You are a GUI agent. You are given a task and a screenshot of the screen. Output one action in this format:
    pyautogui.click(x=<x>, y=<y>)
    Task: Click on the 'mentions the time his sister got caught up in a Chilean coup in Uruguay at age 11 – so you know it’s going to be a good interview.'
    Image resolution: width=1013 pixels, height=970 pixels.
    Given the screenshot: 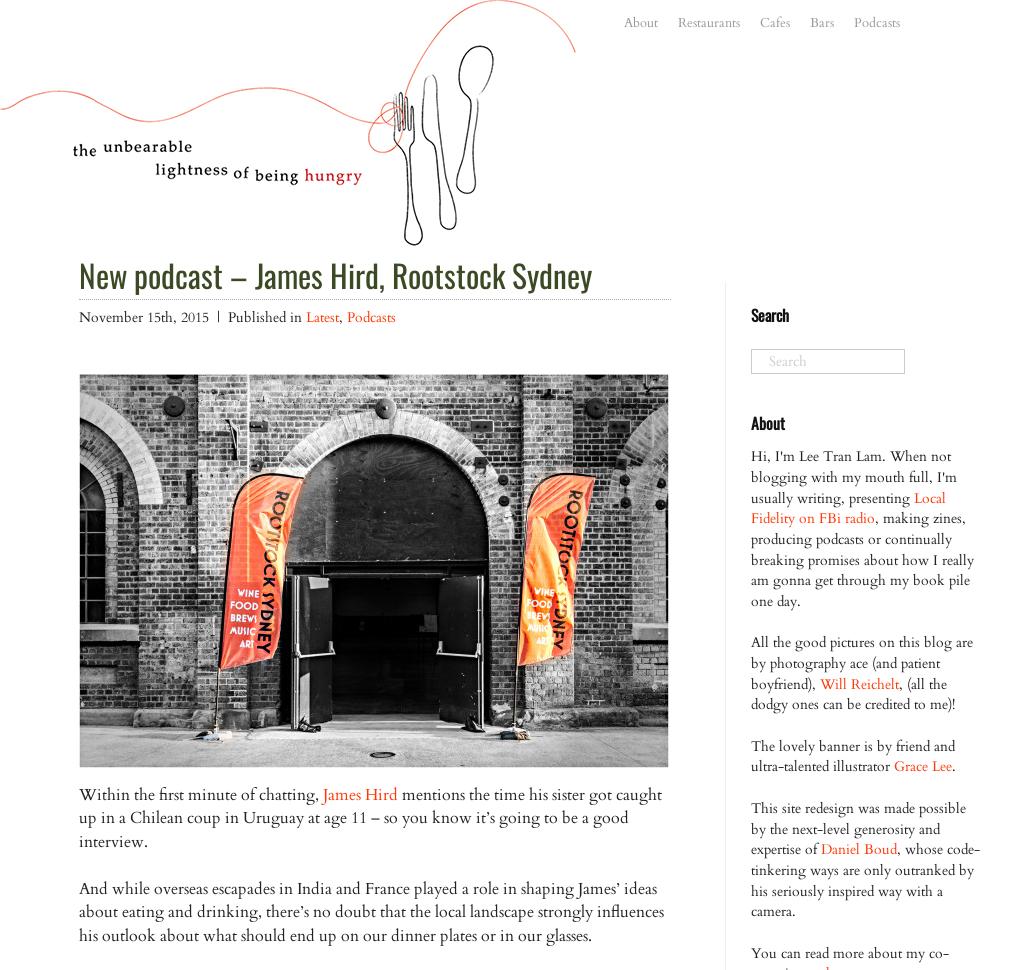 What is the action you would take?
    pyautogui.click(x=370, y=817)
    